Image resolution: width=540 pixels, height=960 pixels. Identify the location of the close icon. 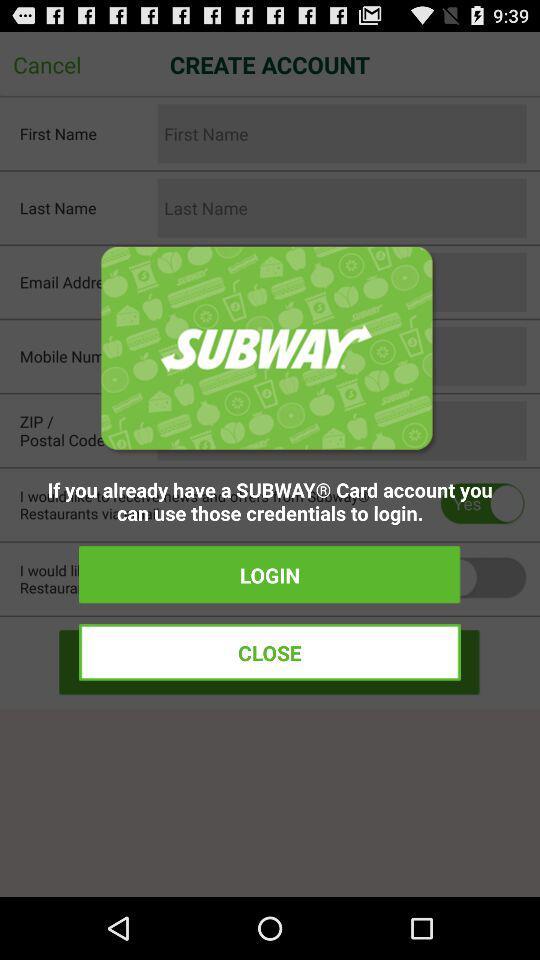
(270, 651).